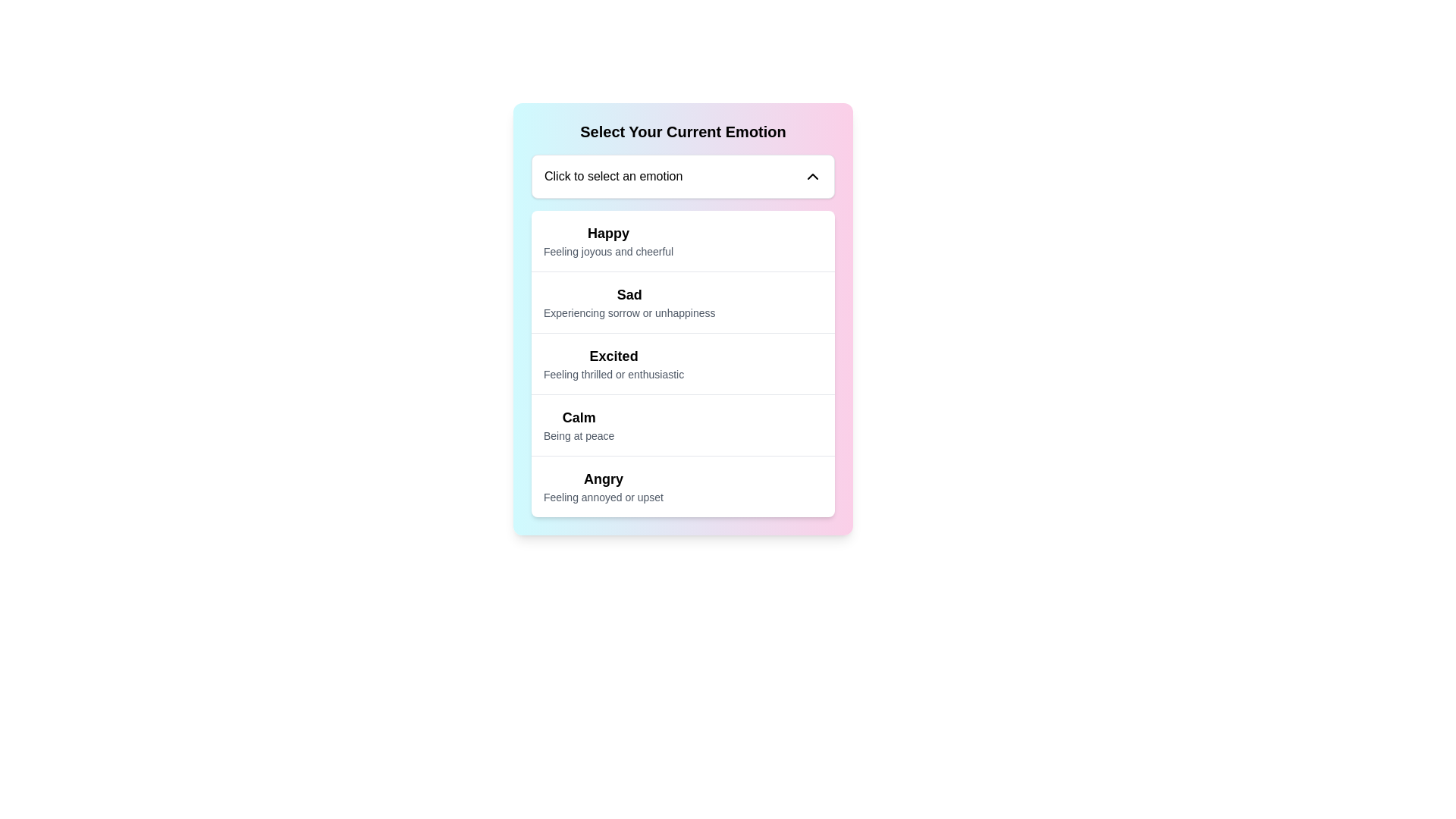  Describe the element at coordinates (603, 479) in the screenshot. I see `text label displaying 'Angry' positioned at the top of the last list item in the dropdown menu titled 'Select Your Current Emotion.'` at that location.